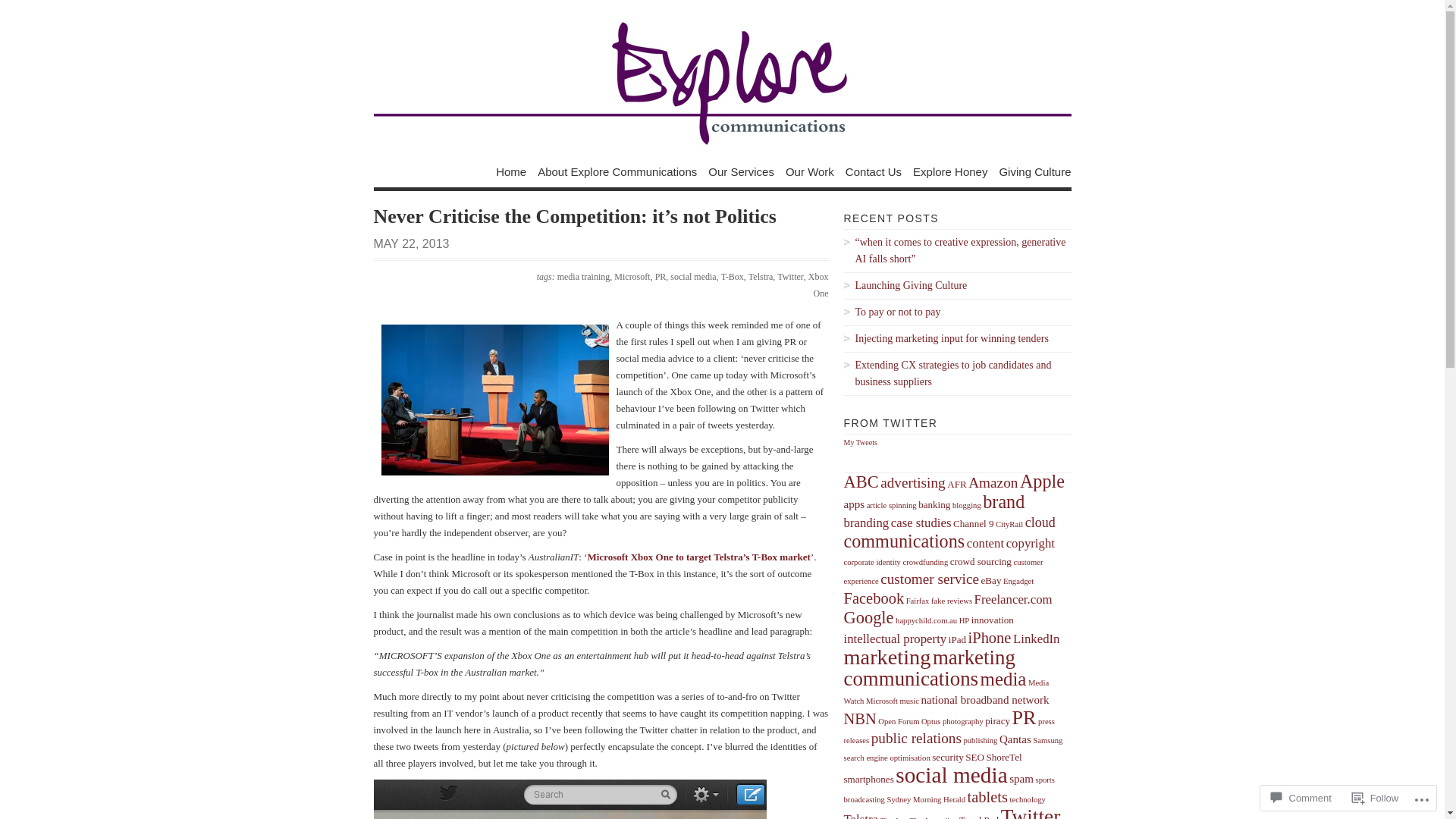 The height and width of the screenshot is (819, 1456). I want to click on 'ABC', so click(843, 482).